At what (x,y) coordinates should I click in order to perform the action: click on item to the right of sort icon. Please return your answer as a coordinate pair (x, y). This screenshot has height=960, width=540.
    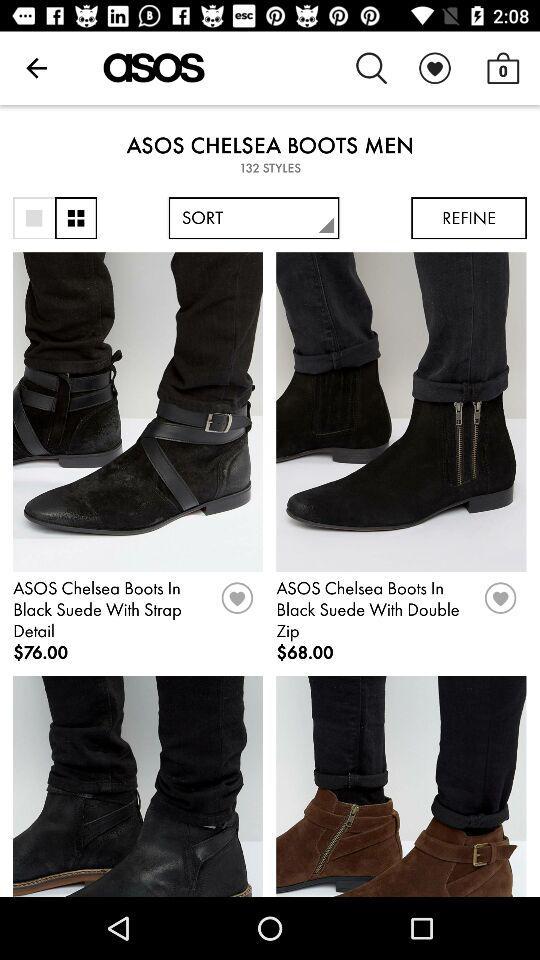
    Looking at the image, I should click on (469, 218).